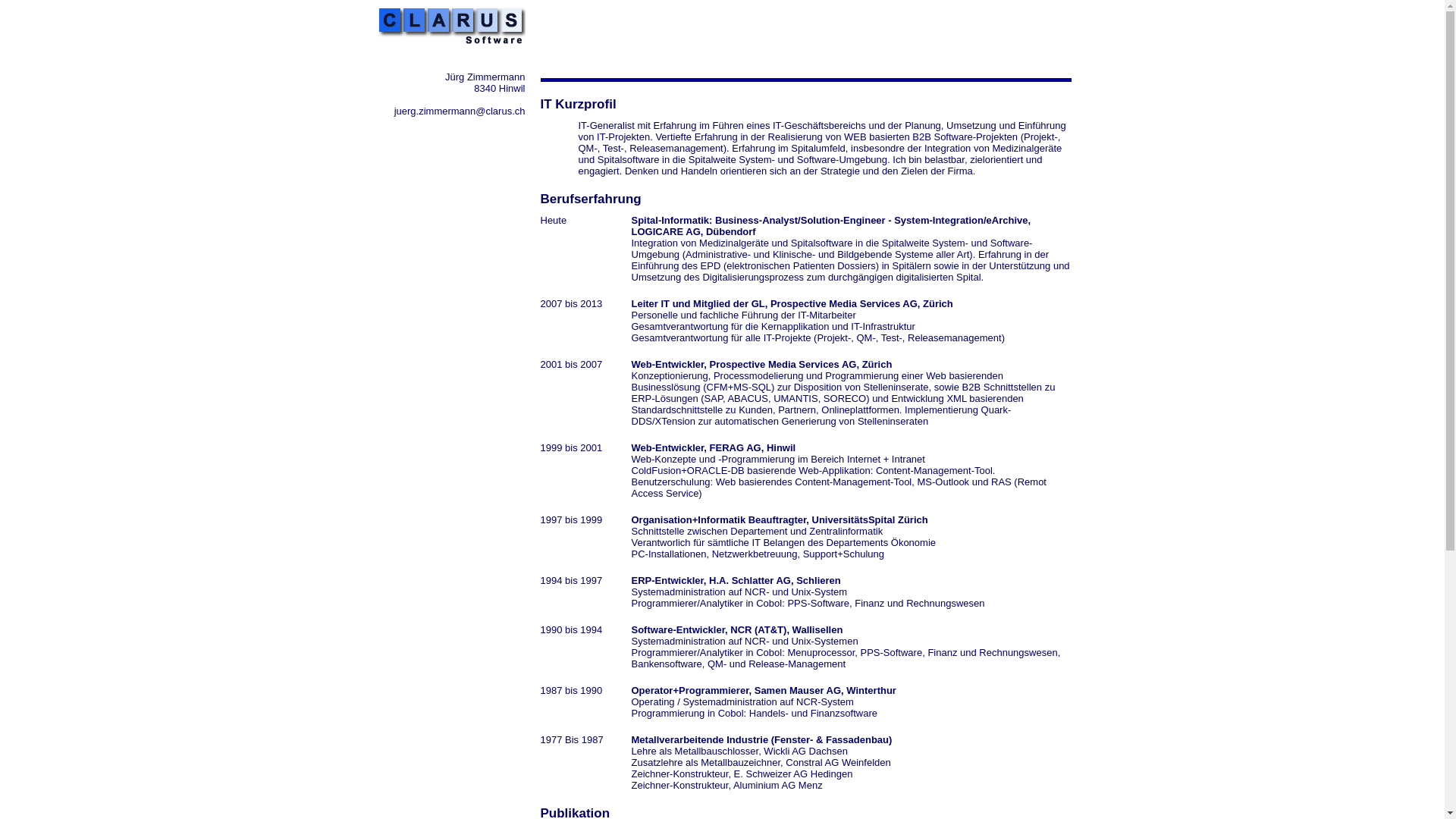 Image resolution: width=1456 pixels, height=819 pixels. Describe the element at coordinates (459, 110) in the screenshot. I see `'juerg.zimmermann@clarus.ch'` at that location.